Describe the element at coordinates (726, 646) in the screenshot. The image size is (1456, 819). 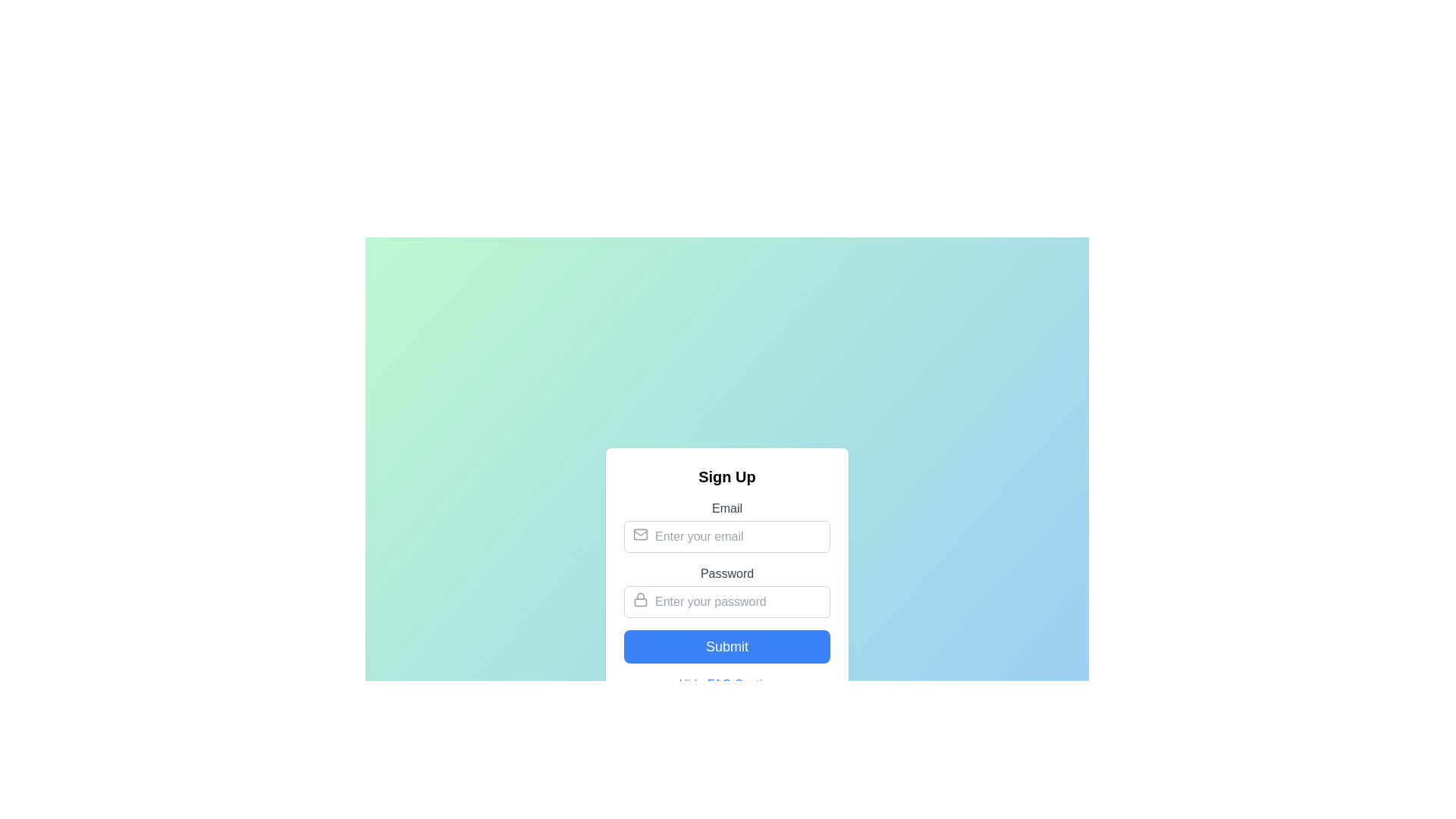
I see `the 'Submit' button located at the bottom of the form` at that location.